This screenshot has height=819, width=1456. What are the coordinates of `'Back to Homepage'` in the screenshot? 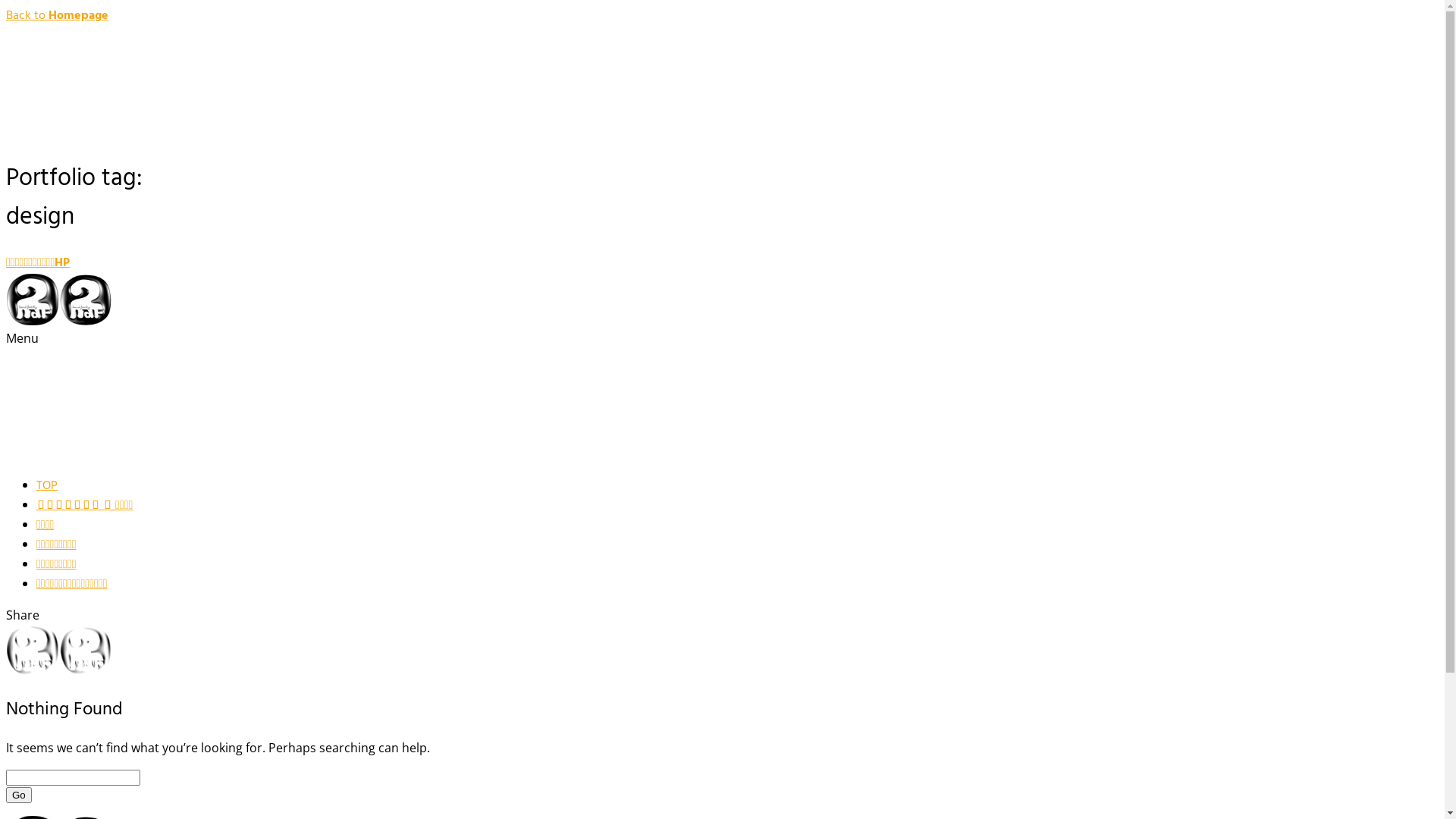 It's located at (57, 15).